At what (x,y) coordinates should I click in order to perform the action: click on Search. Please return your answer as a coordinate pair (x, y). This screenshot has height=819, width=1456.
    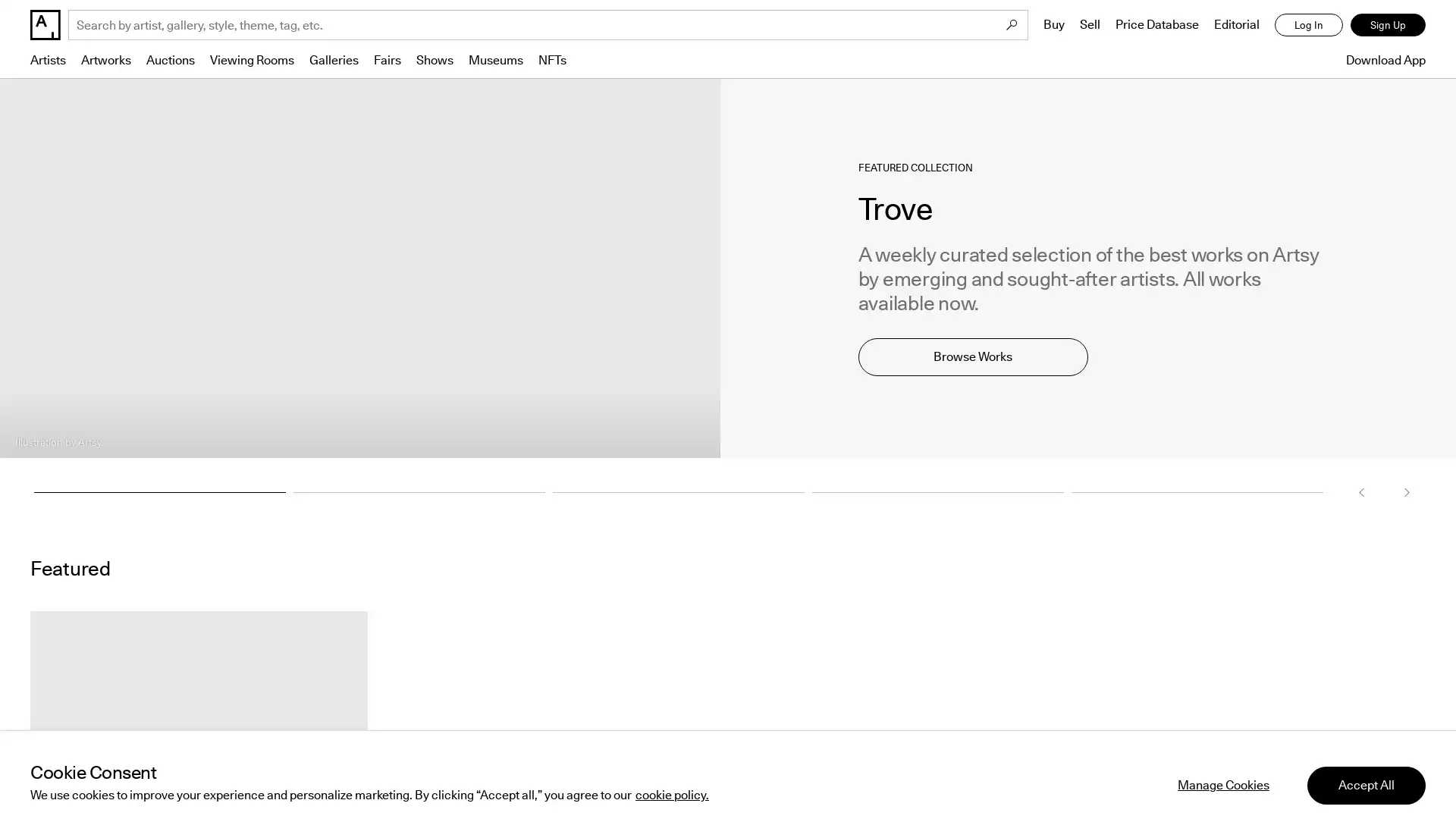
    Looking at the image, I should click on (1012, 25).